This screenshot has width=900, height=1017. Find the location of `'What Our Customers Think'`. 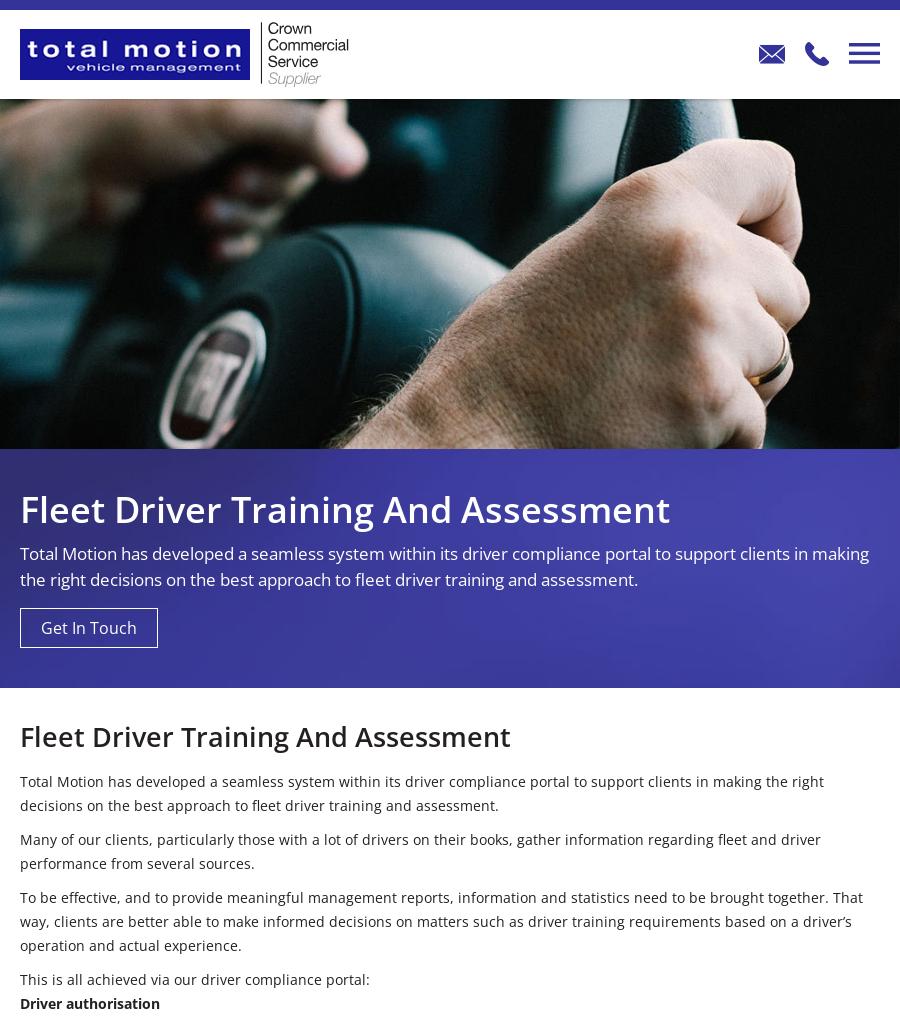

'What Our Customers Think' is located at coordinates (450, 35).